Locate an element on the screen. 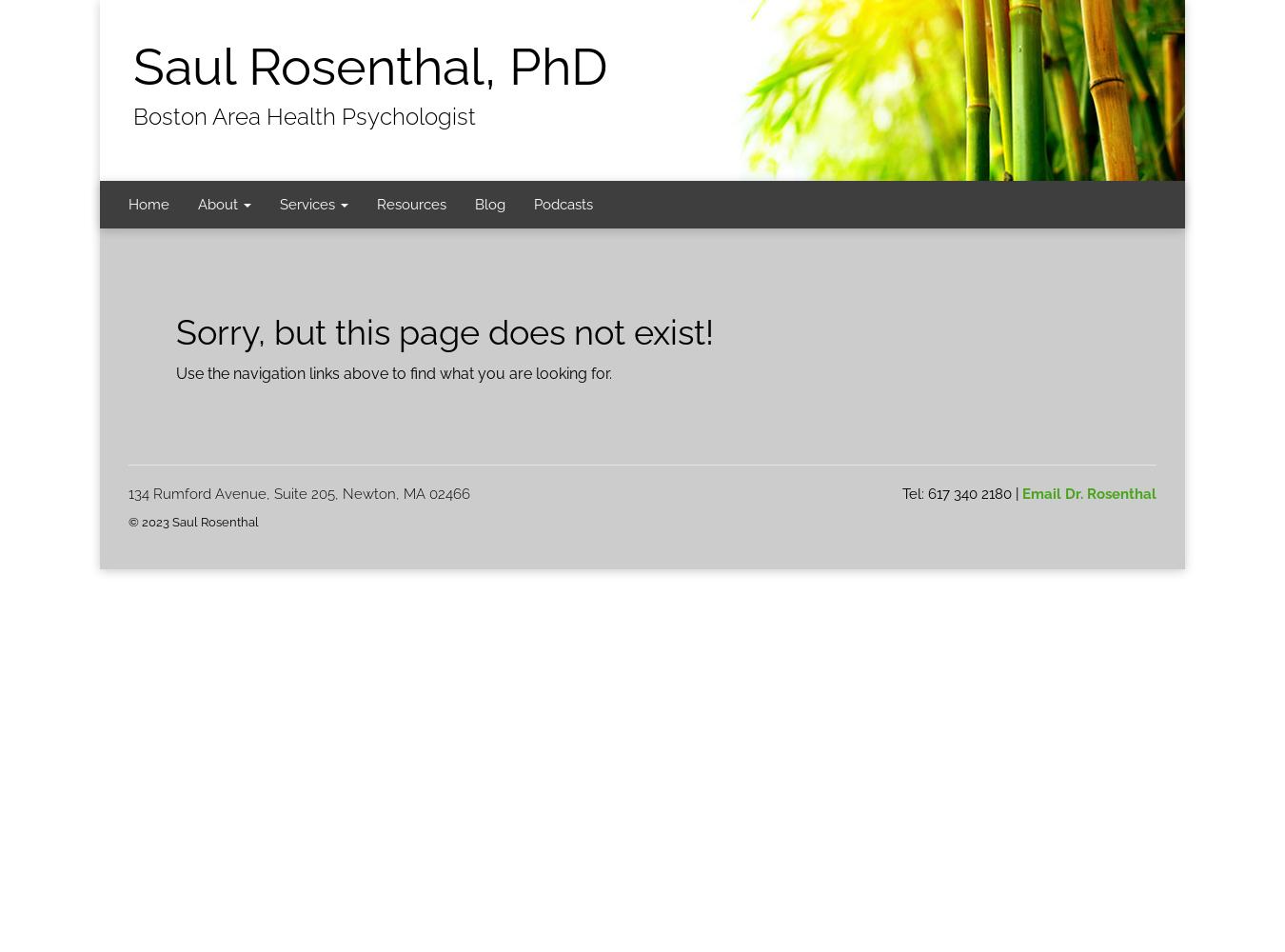 The image size is (1285, 952). 'About' is located at coordinates (218, 204).